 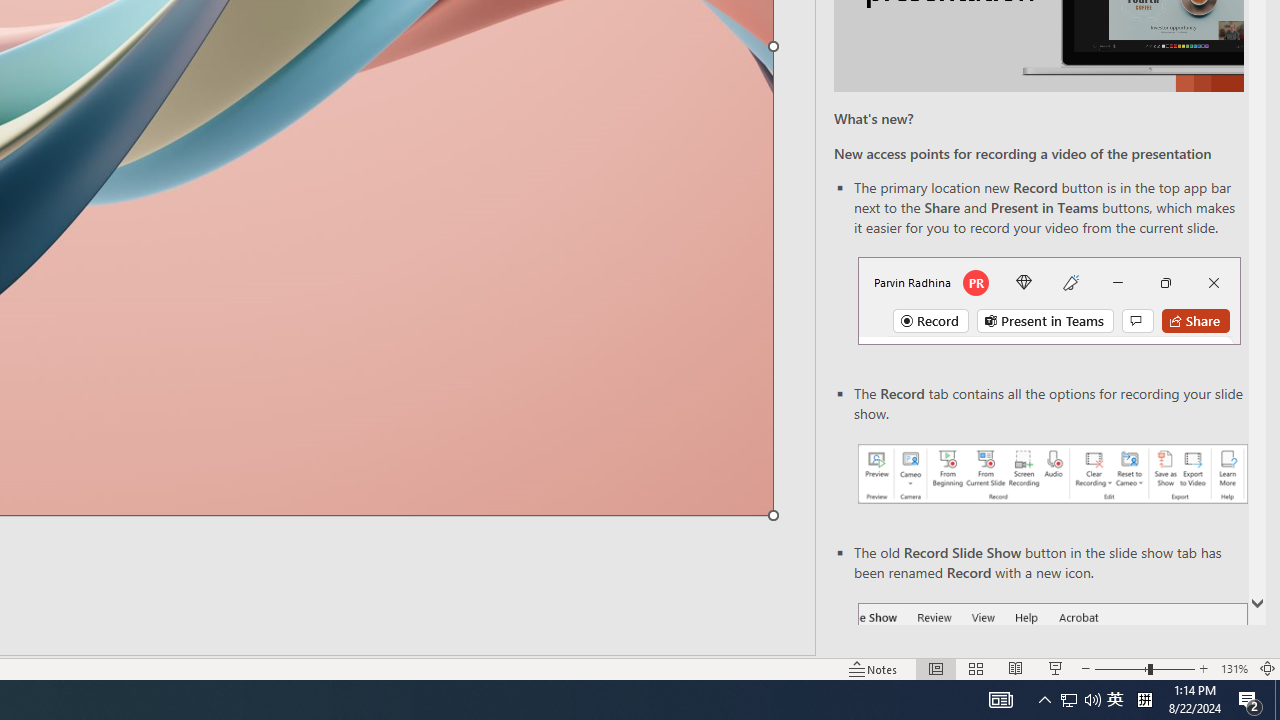 What do you see at coordinates (1121, 669) in the screenshot?
I see `'Zoom Out'` at bounding box center [1121, 669].